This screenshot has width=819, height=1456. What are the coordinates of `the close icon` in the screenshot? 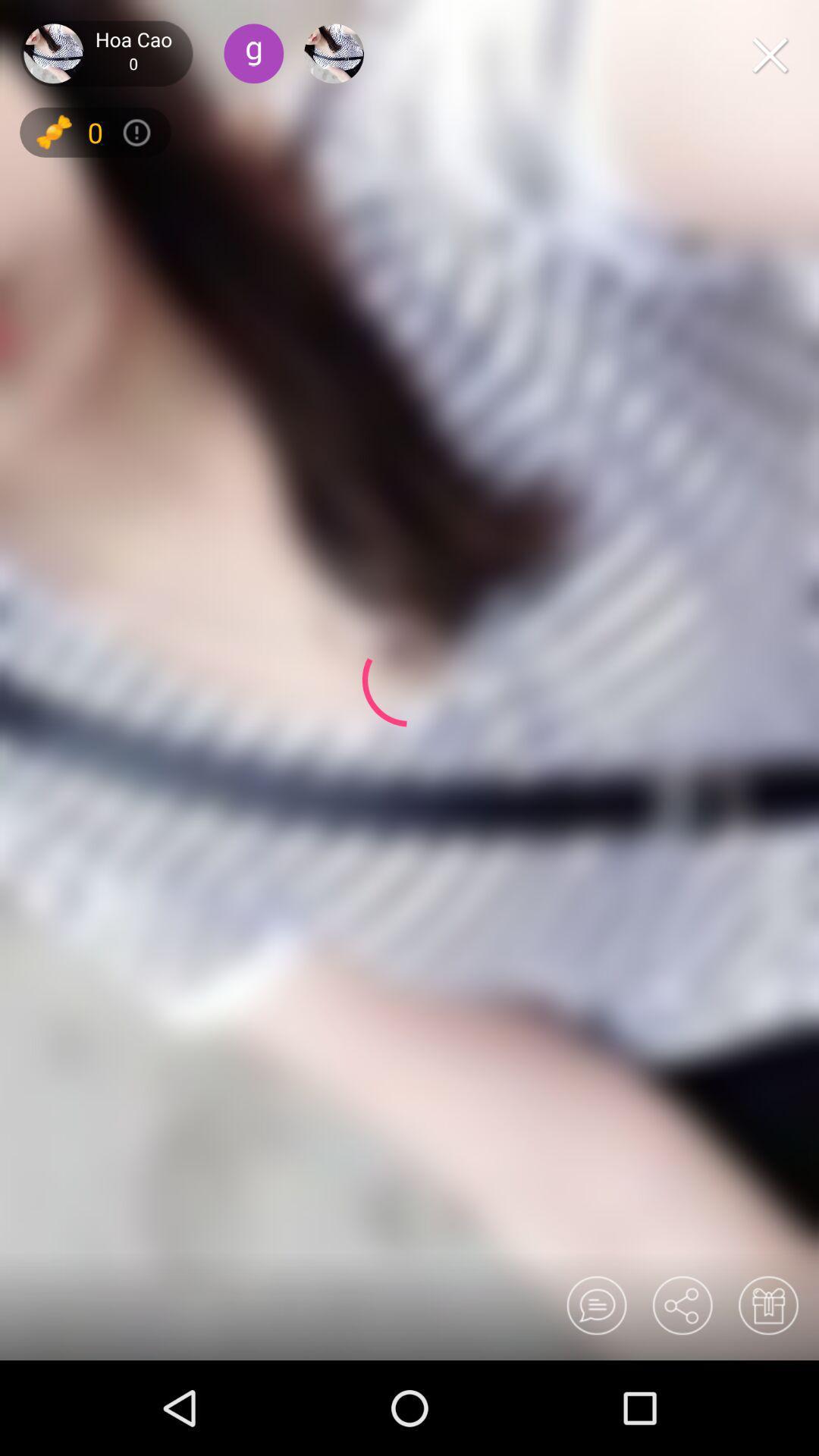 It's located at (770, 55).